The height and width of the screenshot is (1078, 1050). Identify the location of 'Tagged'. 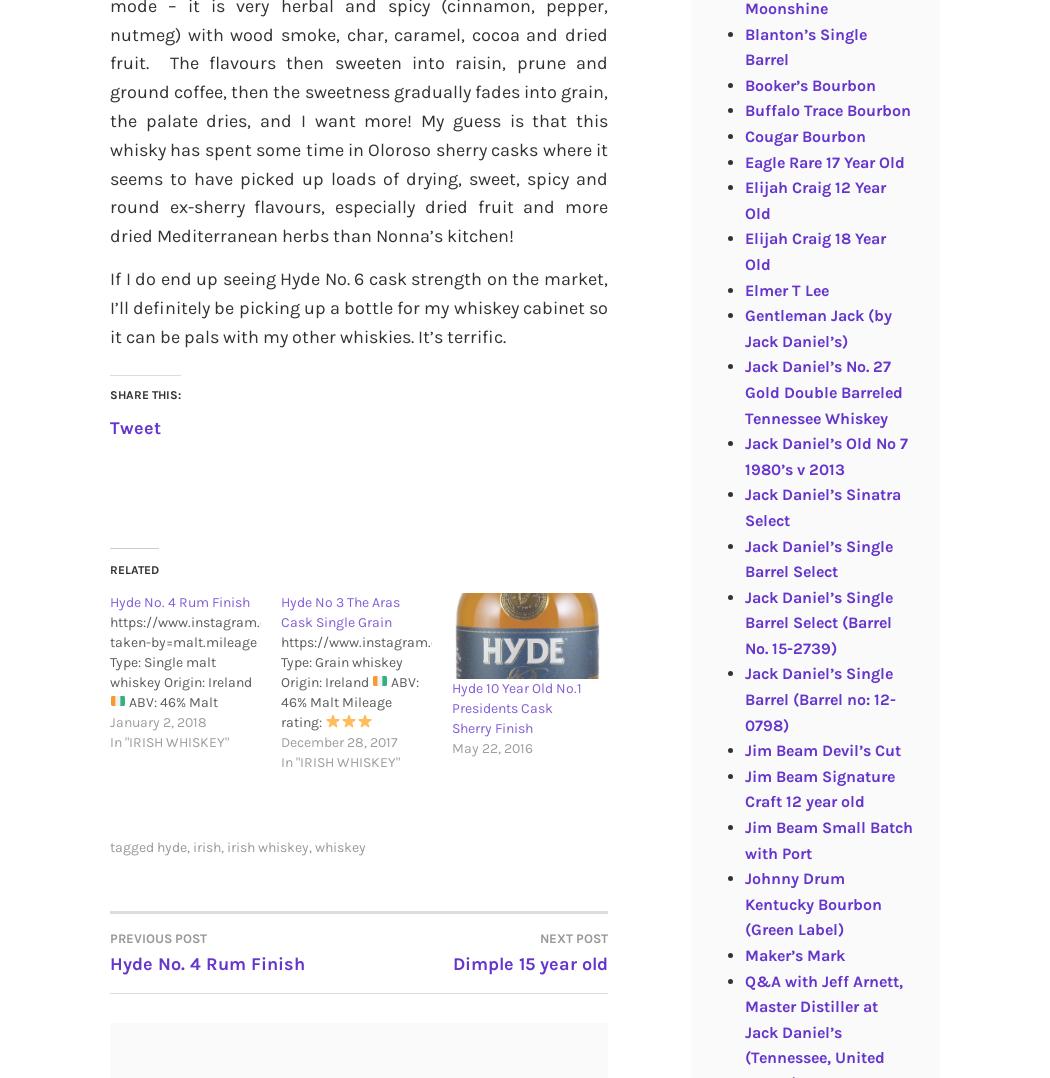
(110, 847).